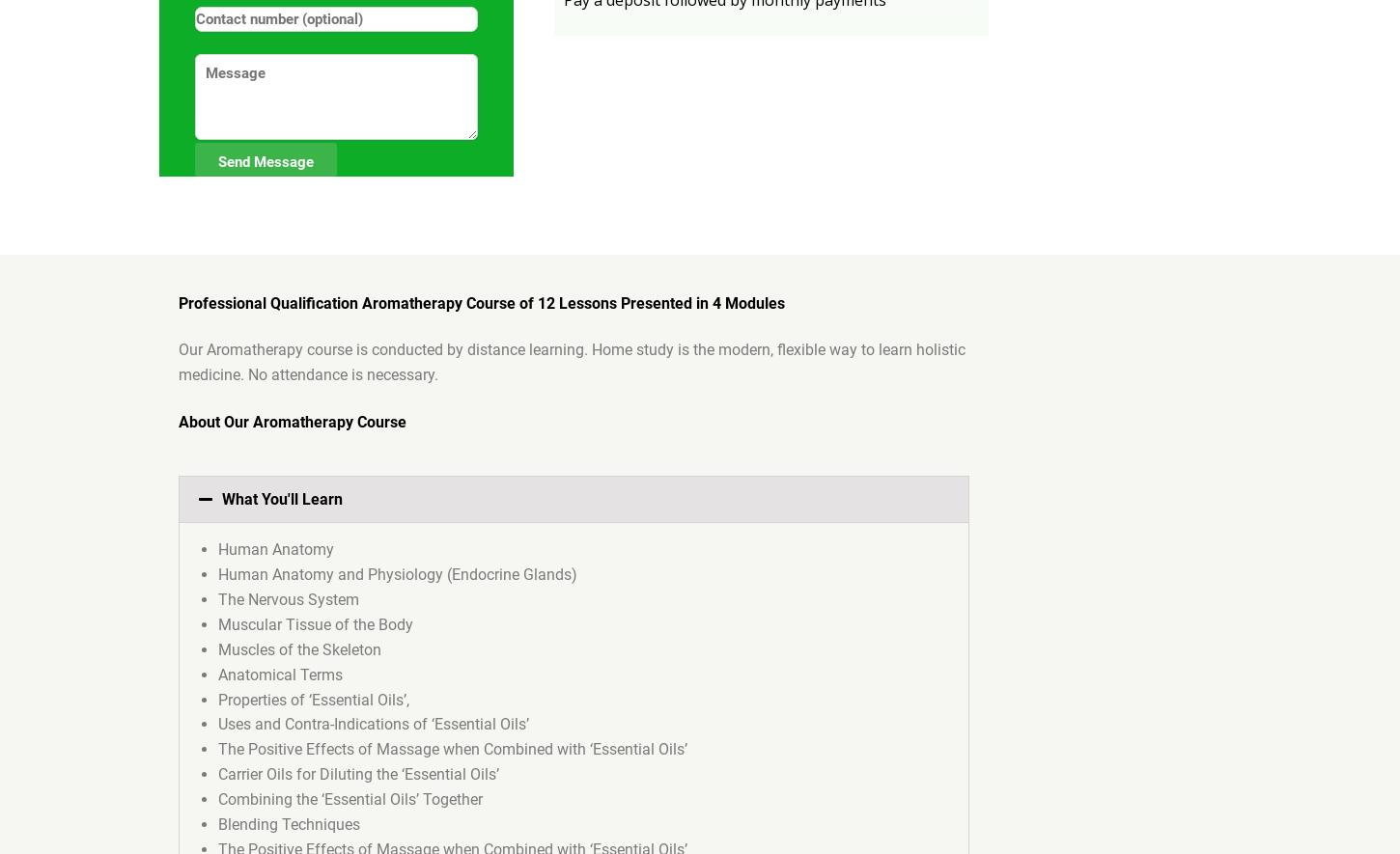 This screenshot has width=1400, height=854. I want to click on 'Muscular Tissue of the Body', so click(217, 623).